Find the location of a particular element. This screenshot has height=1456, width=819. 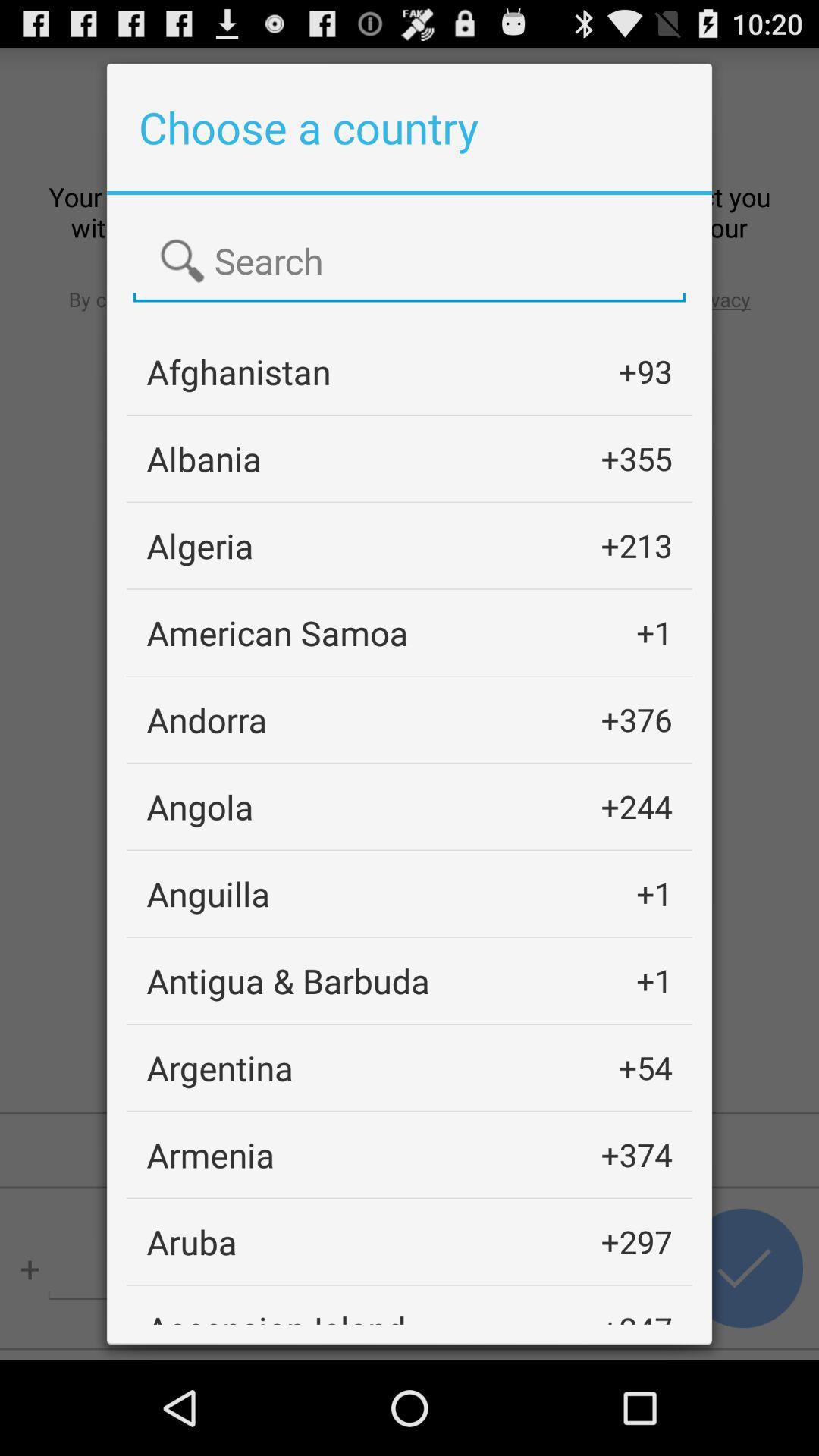

app below antigua & barbuda app is located at coordinates (220, 1067).